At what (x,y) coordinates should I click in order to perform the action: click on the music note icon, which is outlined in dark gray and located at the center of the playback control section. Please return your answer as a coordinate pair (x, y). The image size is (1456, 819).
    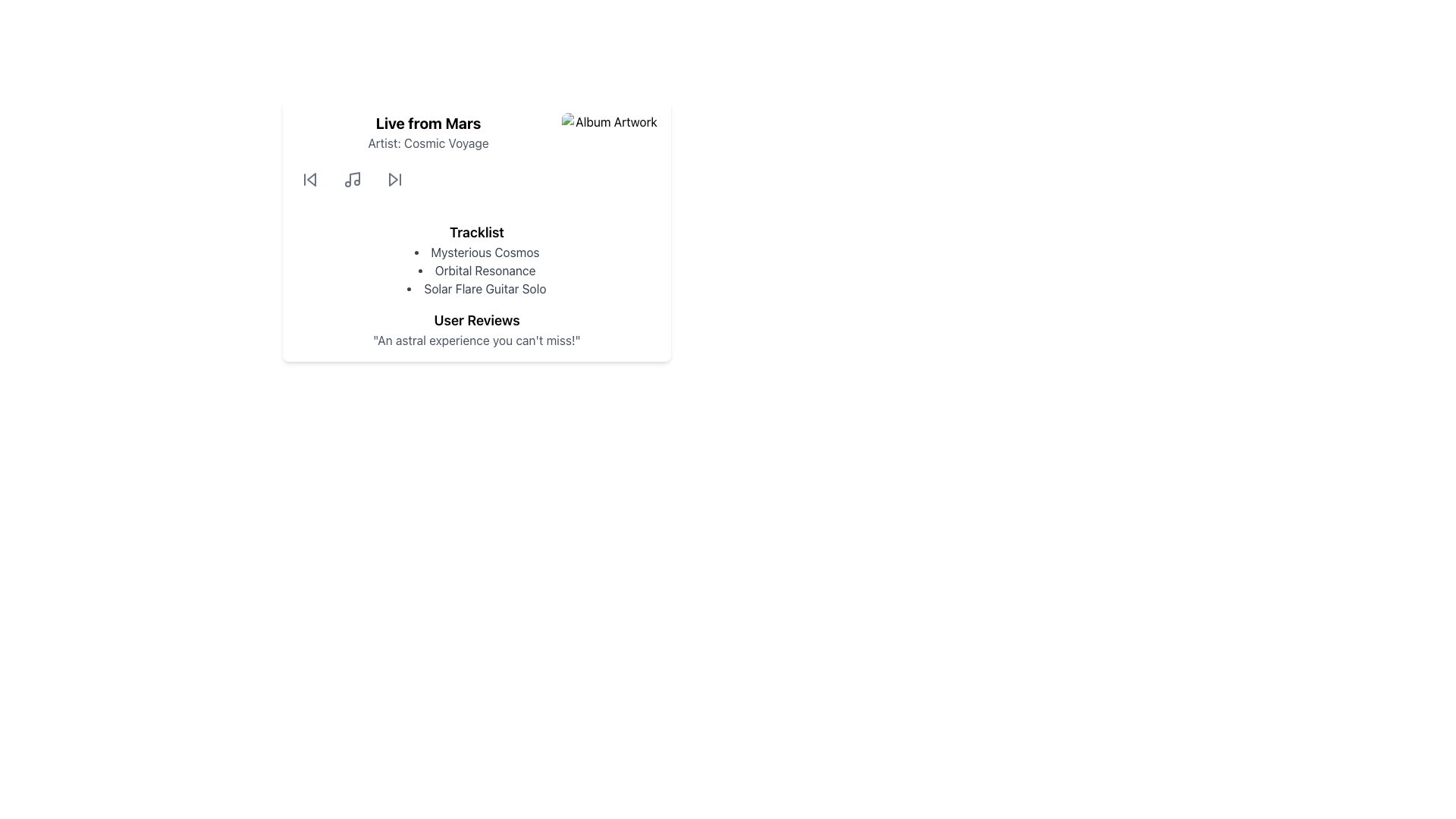
    Looking at the image, I should click on (352, 178).